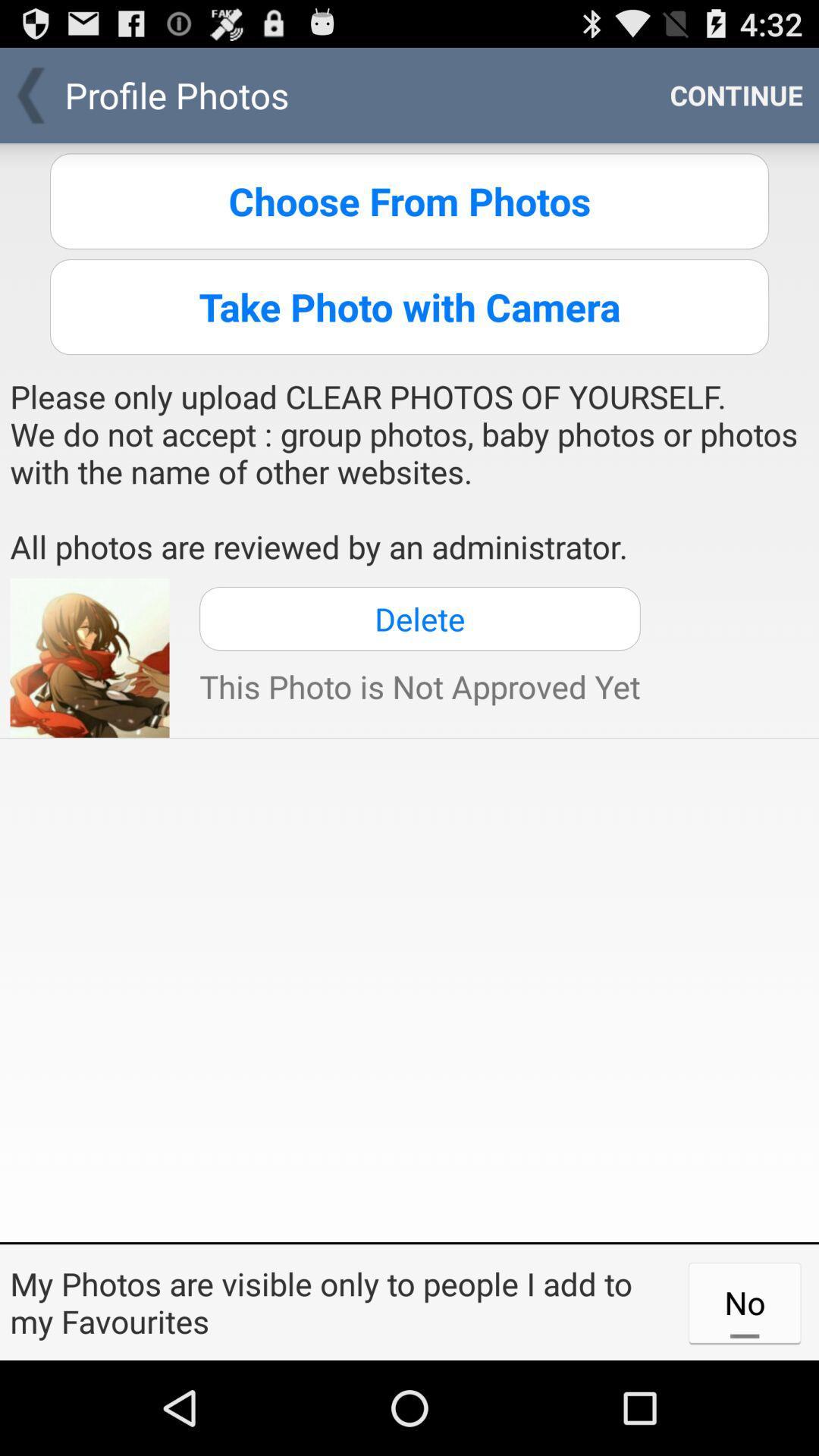 This screenshot has width=819, height=1456. Describe the element at coordinates (419, 619) in the screenshot. I see `delete item` at that location.